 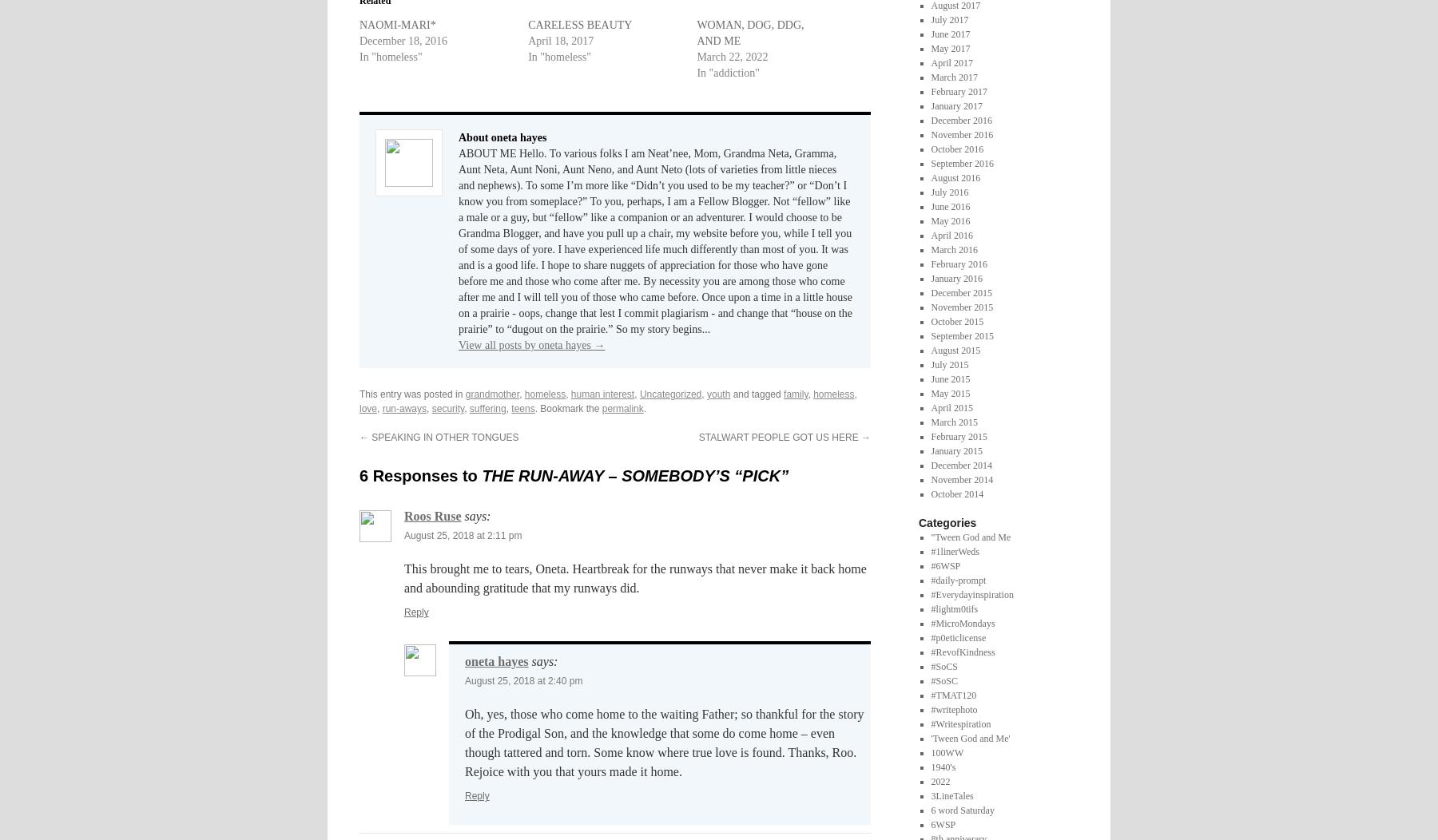 I want to click on 'June 2016', so click(x=949, y=204).